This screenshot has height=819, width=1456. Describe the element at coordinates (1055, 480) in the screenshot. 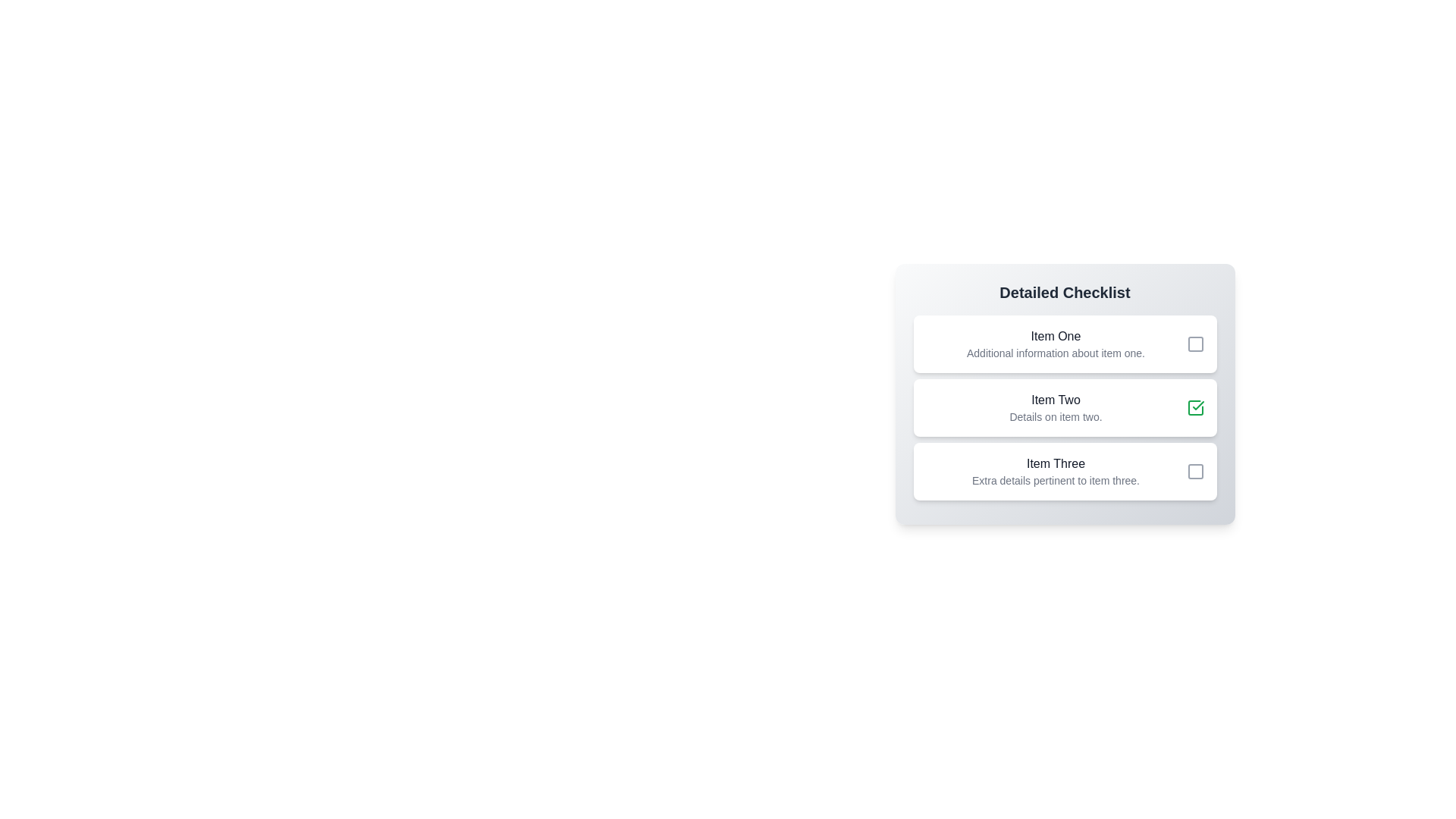

I see `static text element that displays 'Extra details pertinent to item three.' located beneath the title 'Item Three'` at that location.